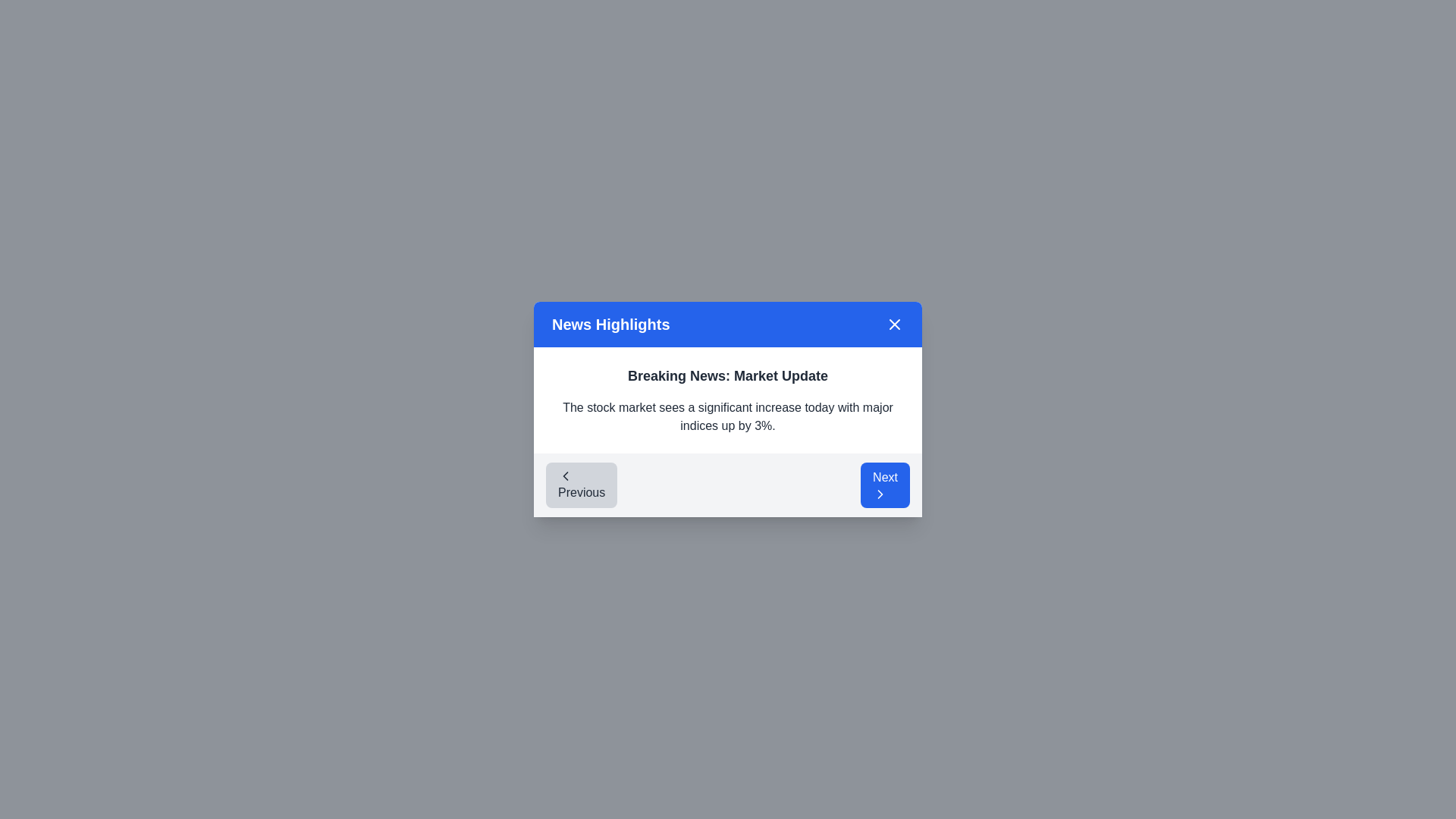  I want to click on the 'Previous' button, which is styled with a soft-gray background and features a left-pointing chevron icon, located in the lower-left portion of the modal dialog, so click(581, 485).